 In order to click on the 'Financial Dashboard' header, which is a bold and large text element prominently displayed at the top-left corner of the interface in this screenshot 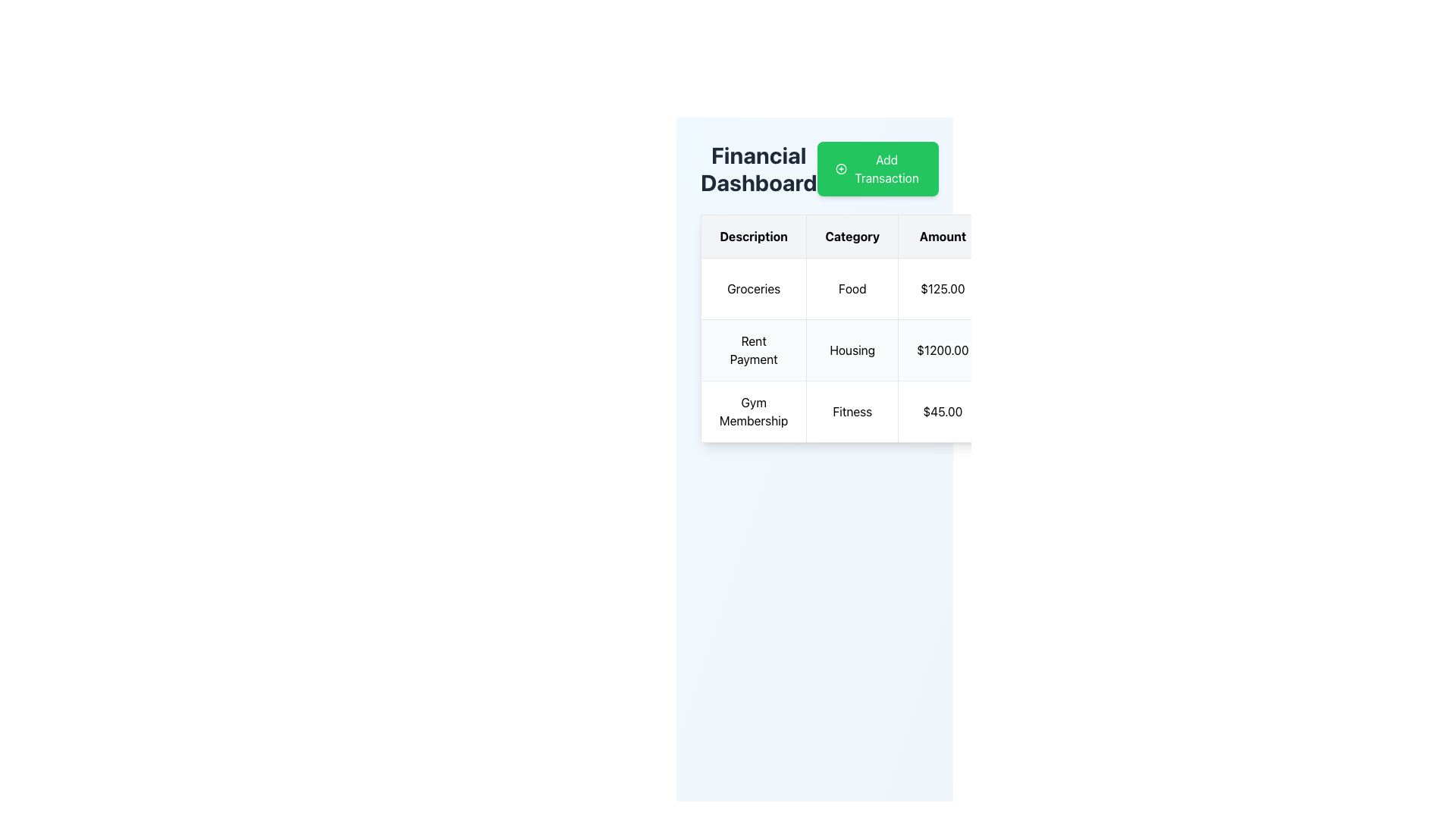, I will do `click(758, 169)`.